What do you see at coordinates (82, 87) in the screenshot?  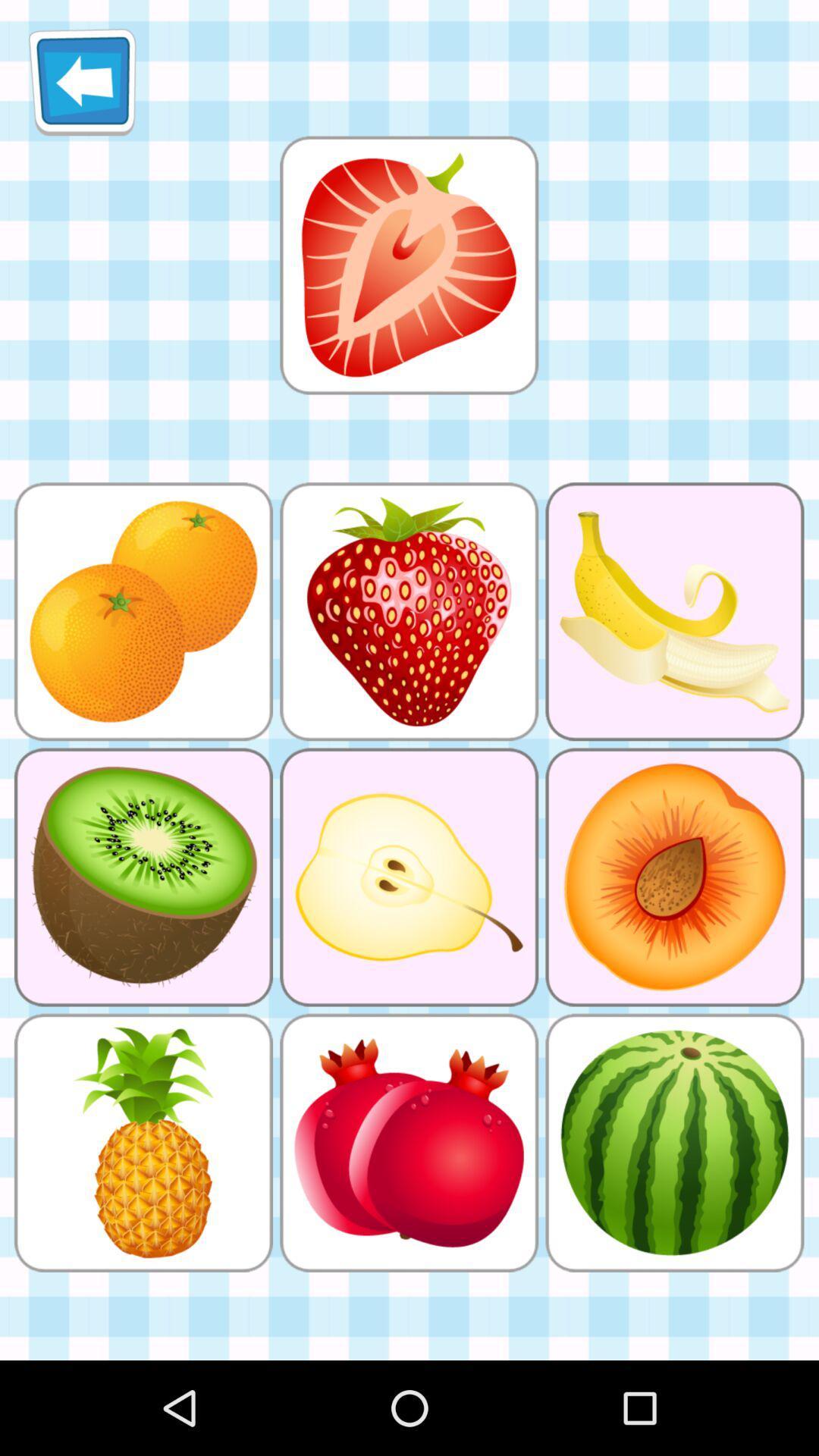 I see `the arrow_backward icon` at bounding box center [82, 87].